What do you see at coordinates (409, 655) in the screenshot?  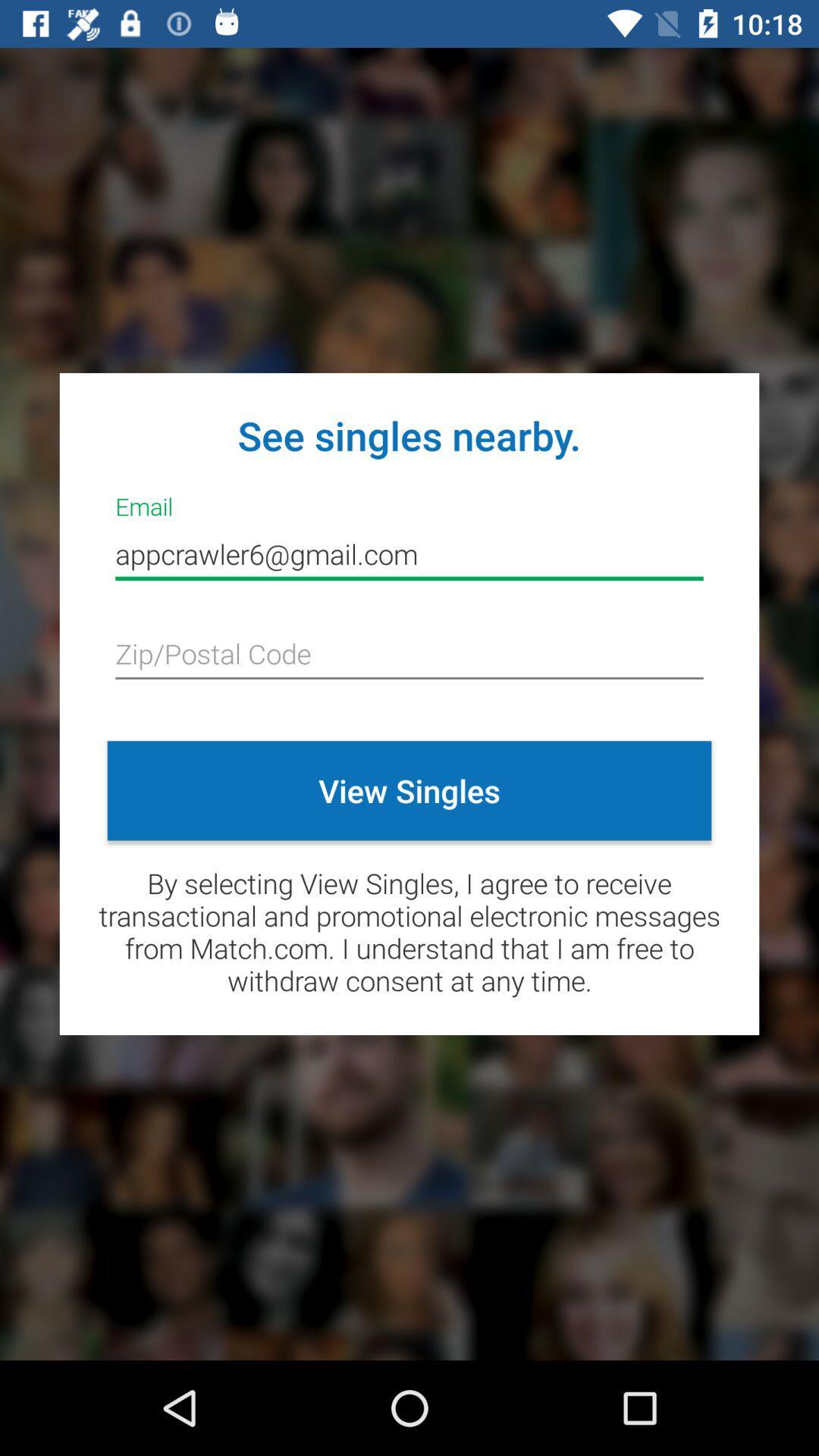 I see `password page` at bounding box center [409, 655].